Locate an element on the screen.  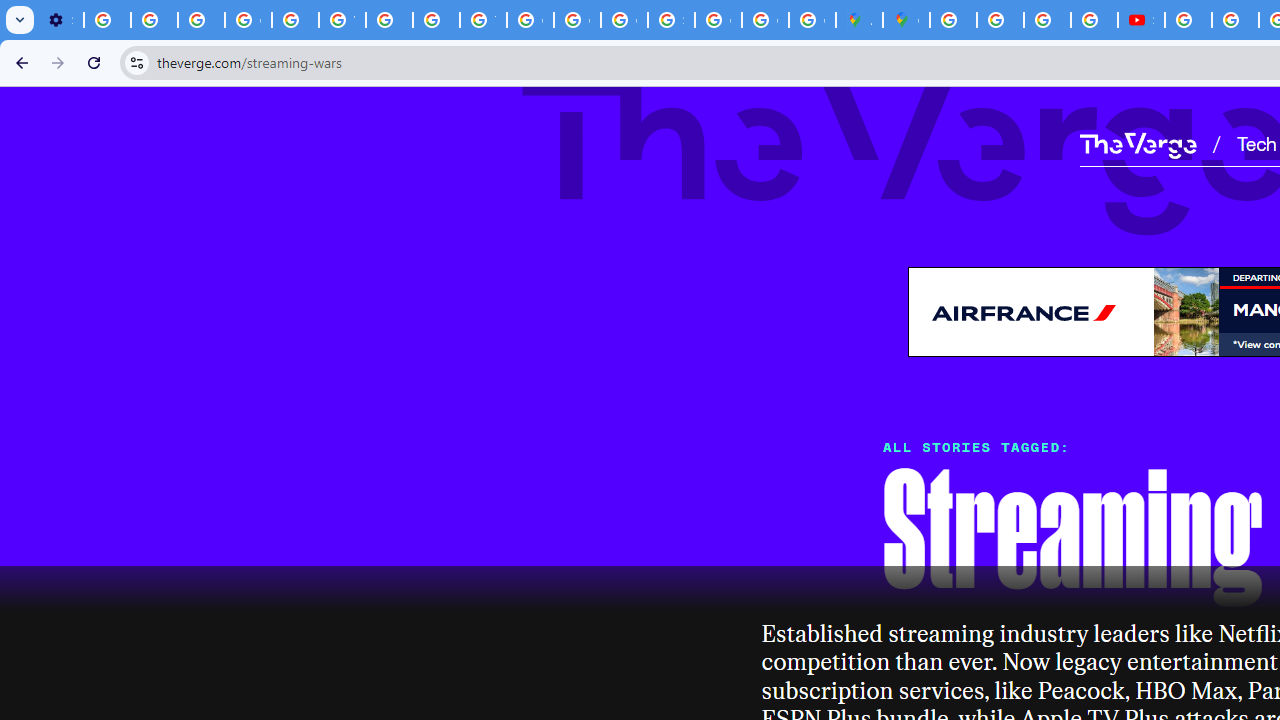
'Tech' is located at coordinates (1255, 141).